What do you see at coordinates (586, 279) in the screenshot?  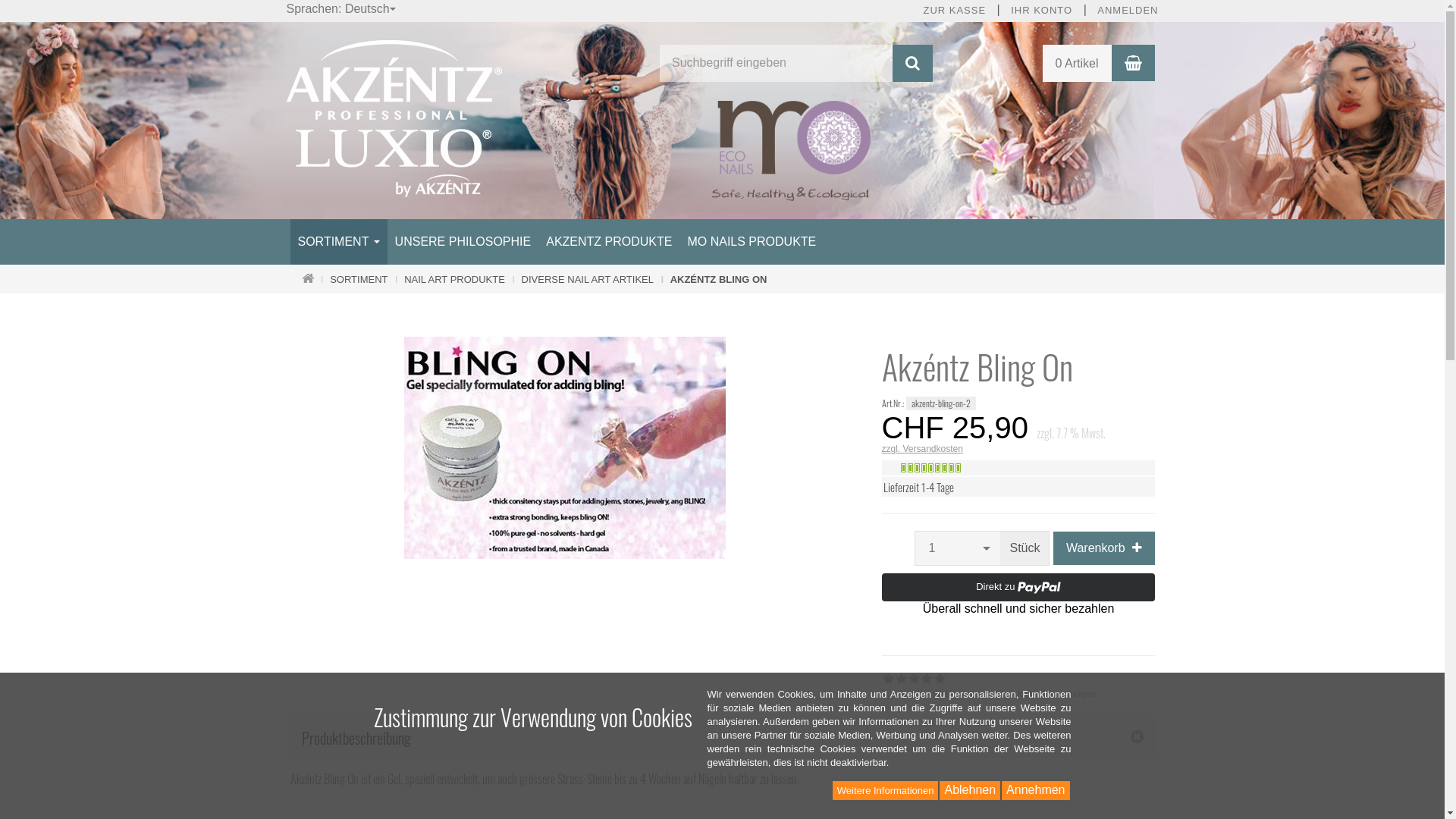 I see `'DIVERSE NAIL ART ARTIKEL'` at bounding box center [586, 279].